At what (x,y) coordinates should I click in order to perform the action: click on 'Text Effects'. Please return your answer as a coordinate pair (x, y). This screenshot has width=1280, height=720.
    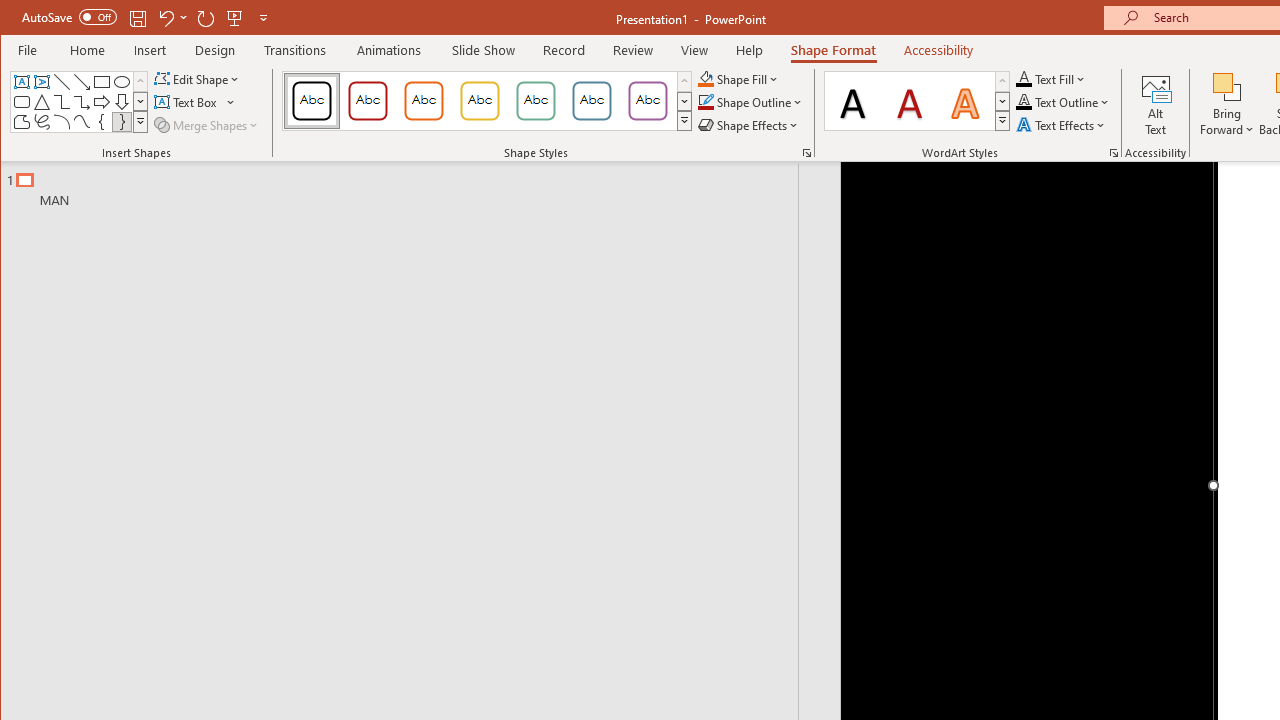
    Looking at the image, I should click on (1061, 125).